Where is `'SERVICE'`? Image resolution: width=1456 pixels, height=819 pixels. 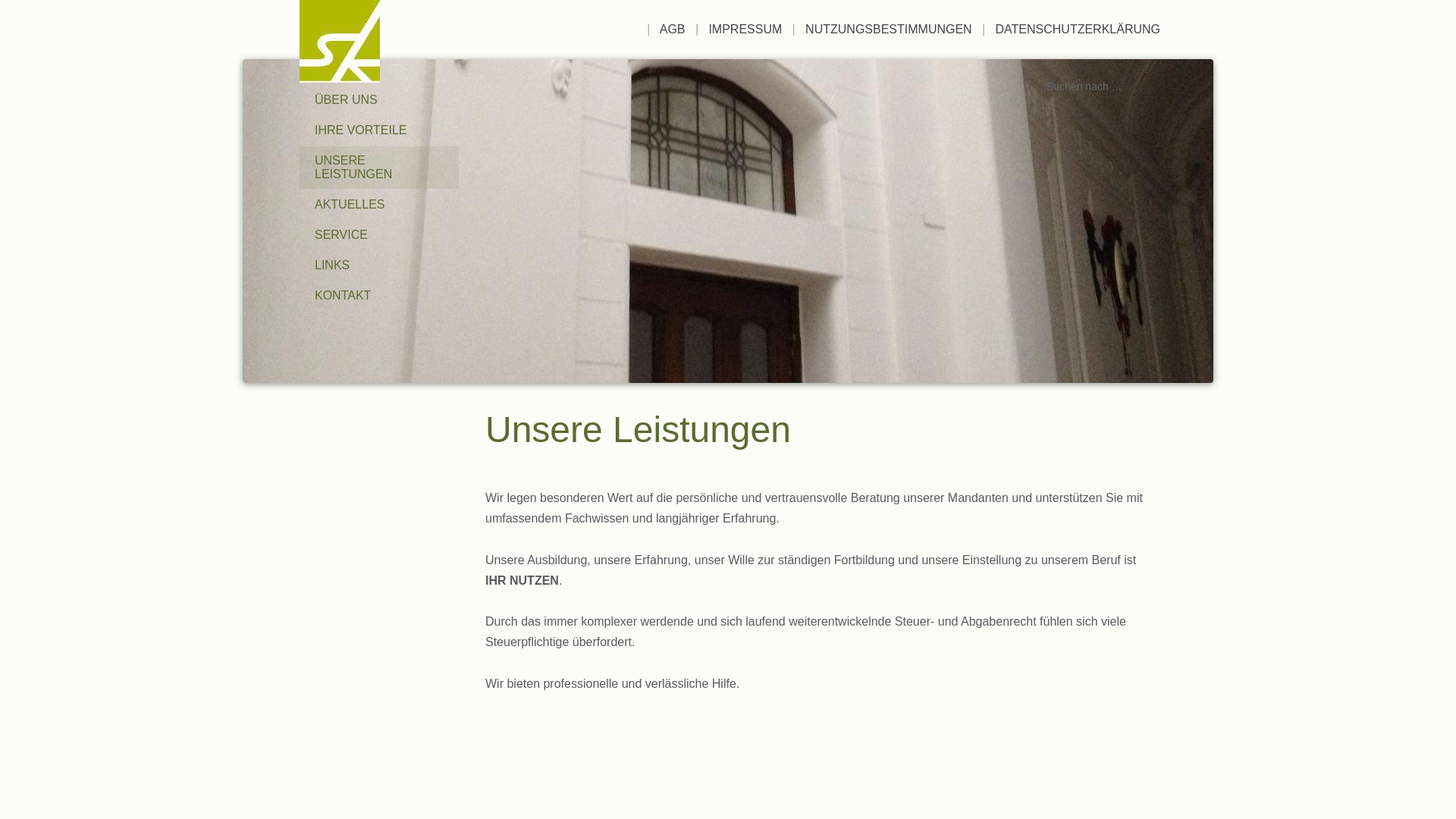
'SERVICE' is located at coordinates (378, 234).